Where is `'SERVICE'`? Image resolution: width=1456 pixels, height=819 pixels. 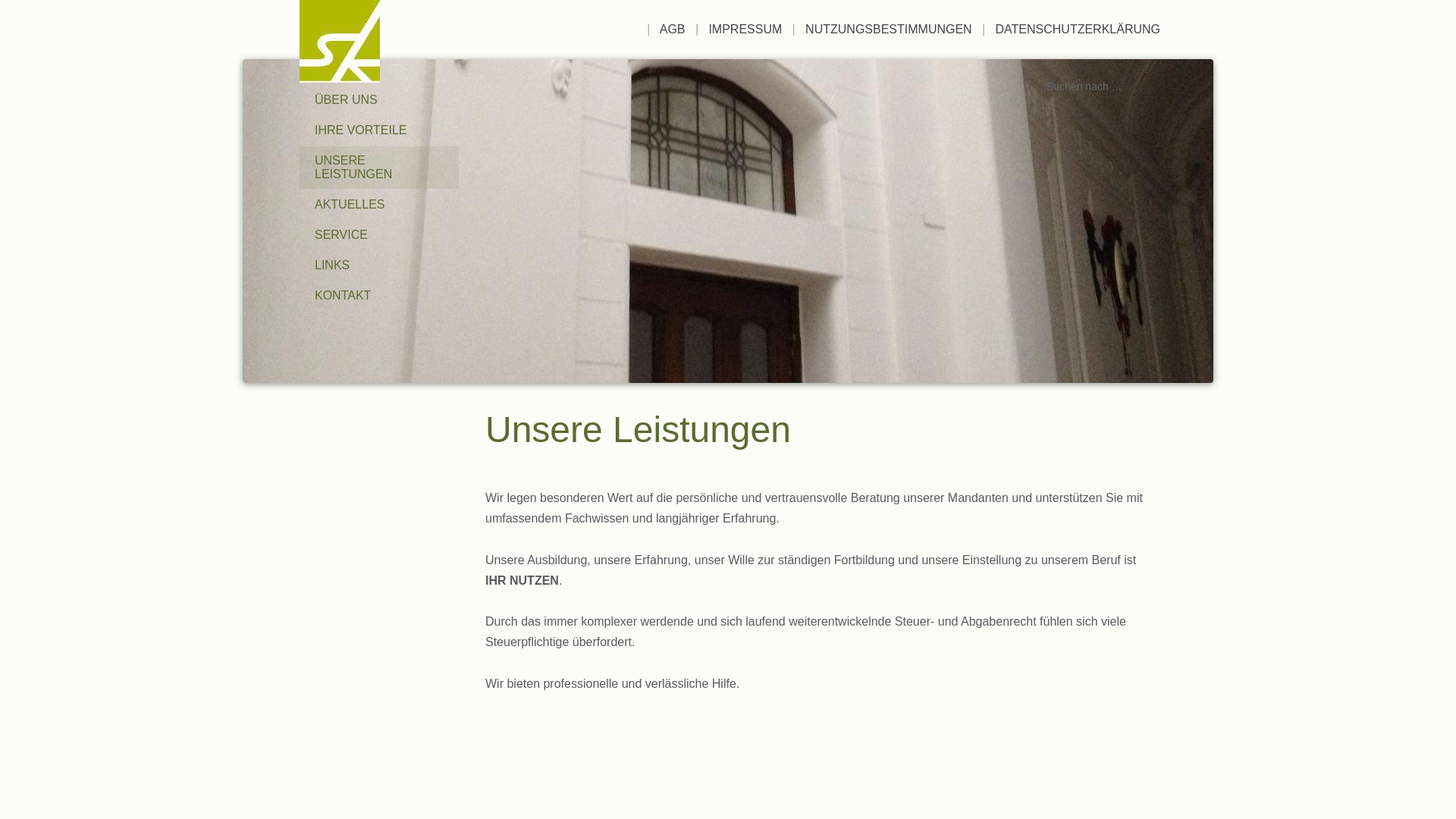
'SERVICE' is located at coordinates (378, 234).